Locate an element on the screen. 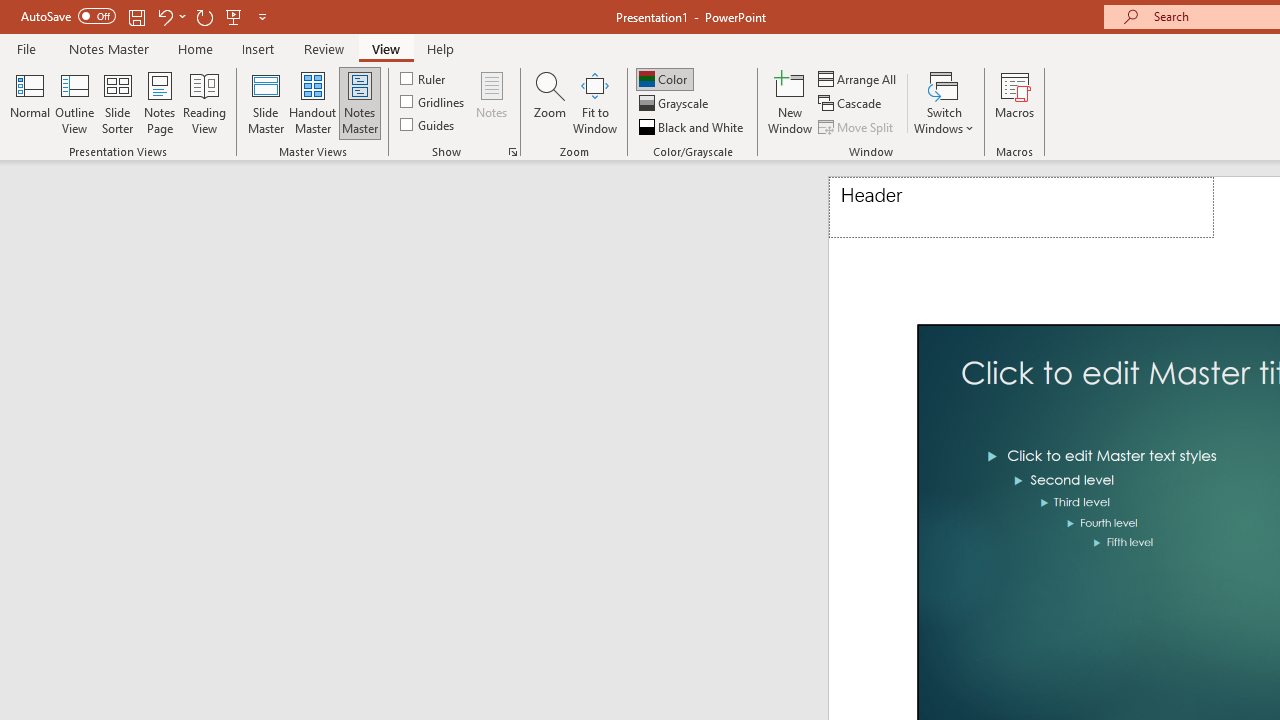  'Move Split' is located at coordinates (857, 127).